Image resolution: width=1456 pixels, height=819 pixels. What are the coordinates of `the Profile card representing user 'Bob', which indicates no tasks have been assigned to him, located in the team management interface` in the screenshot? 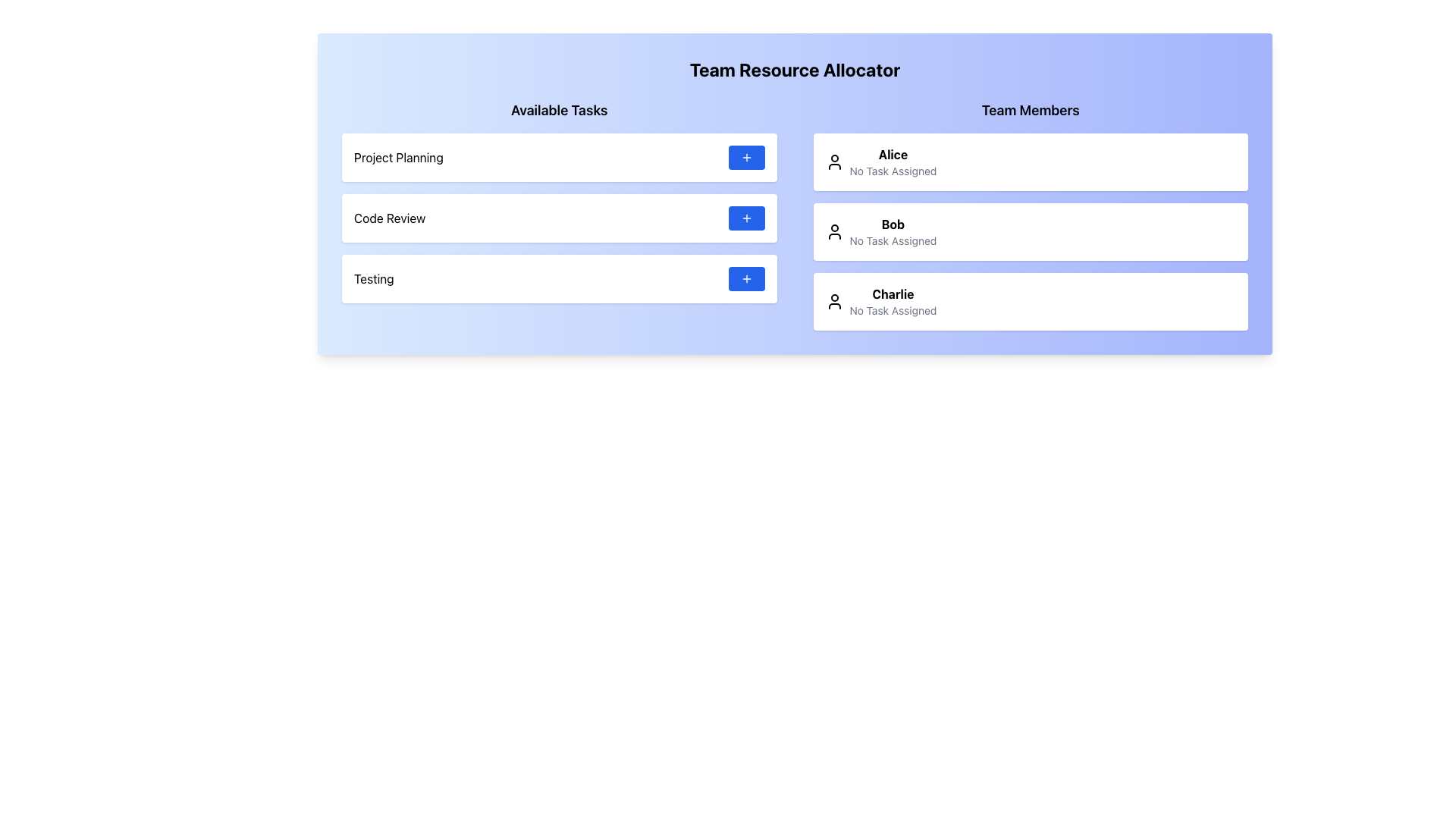 It's located at (1031, 231).